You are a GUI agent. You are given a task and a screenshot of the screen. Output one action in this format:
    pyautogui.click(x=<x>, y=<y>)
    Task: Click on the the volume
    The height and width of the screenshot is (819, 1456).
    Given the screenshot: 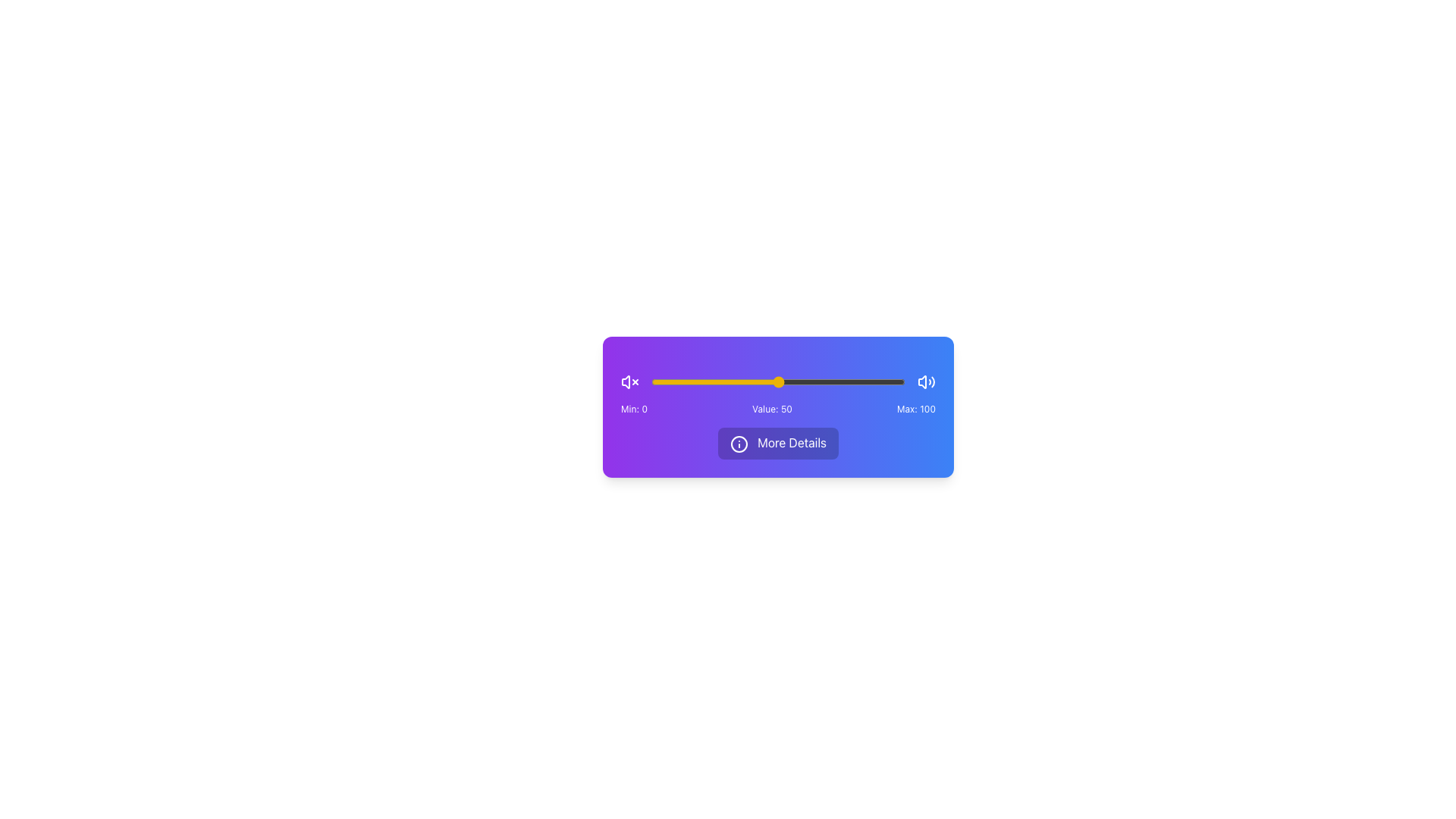 What is the action you would take?
    pyautogui.click(x=857, y=381)
    